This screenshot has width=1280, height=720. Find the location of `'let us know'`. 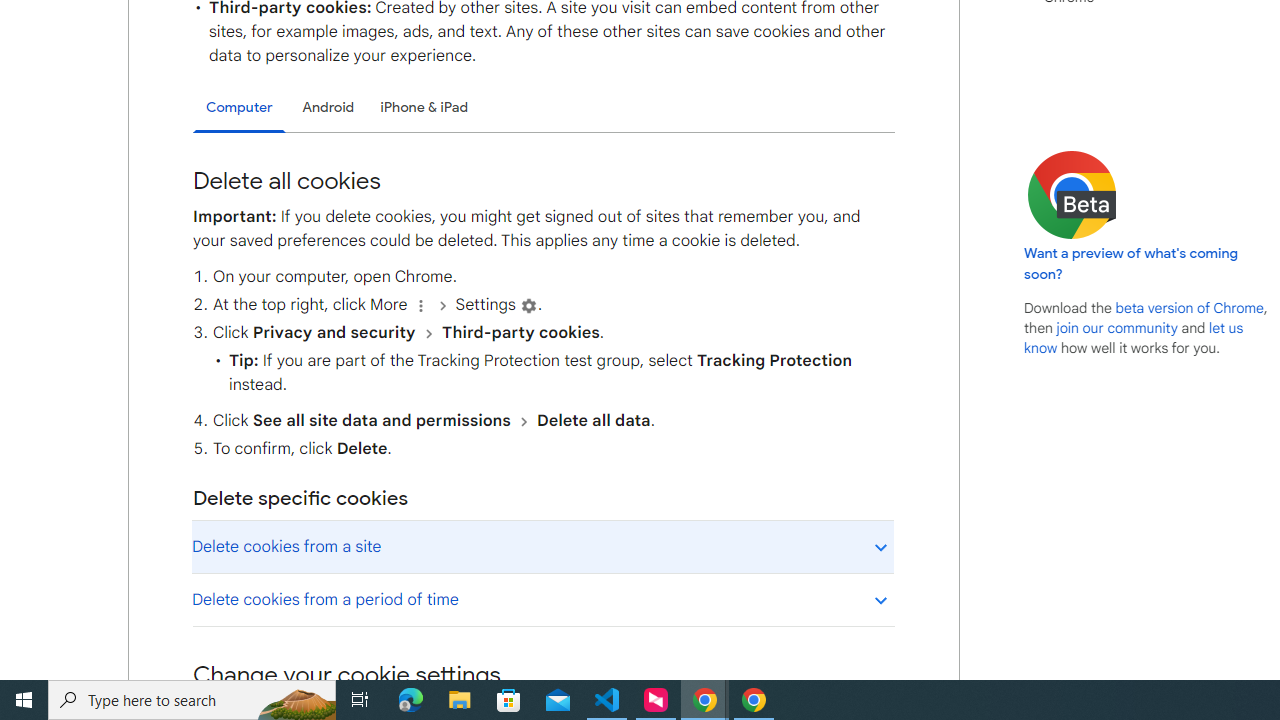

'let us know' is located at coordinates (1134, 337).